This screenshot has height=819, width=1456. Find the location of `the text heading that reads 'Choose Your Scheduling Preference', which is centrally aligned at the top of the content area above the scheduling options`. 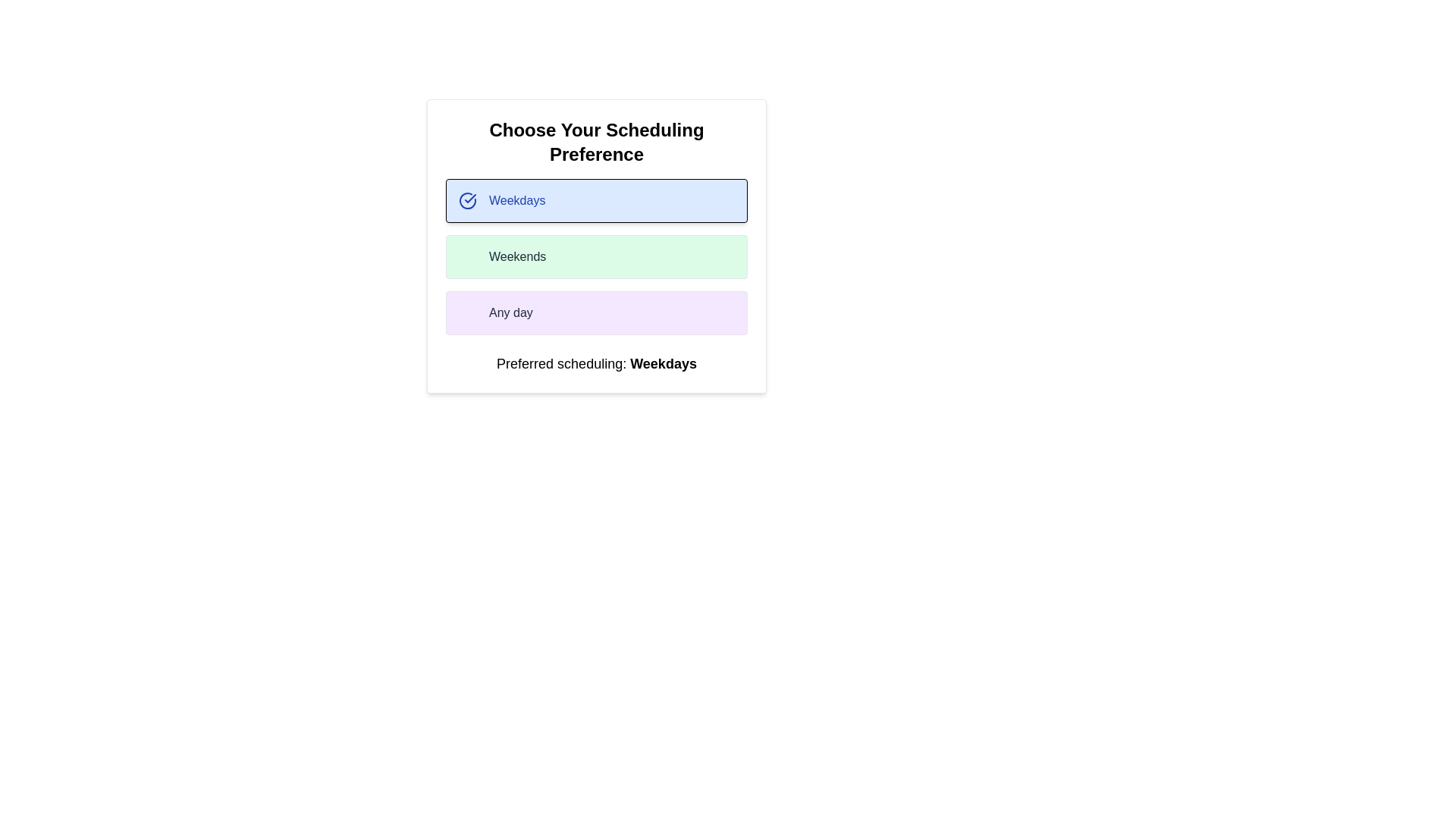

the text heading that reads 'Choose Your Scheduling Preference', which is centrally aligned at the top of the content area above the scheduling options is located at coordinates (596, 143).